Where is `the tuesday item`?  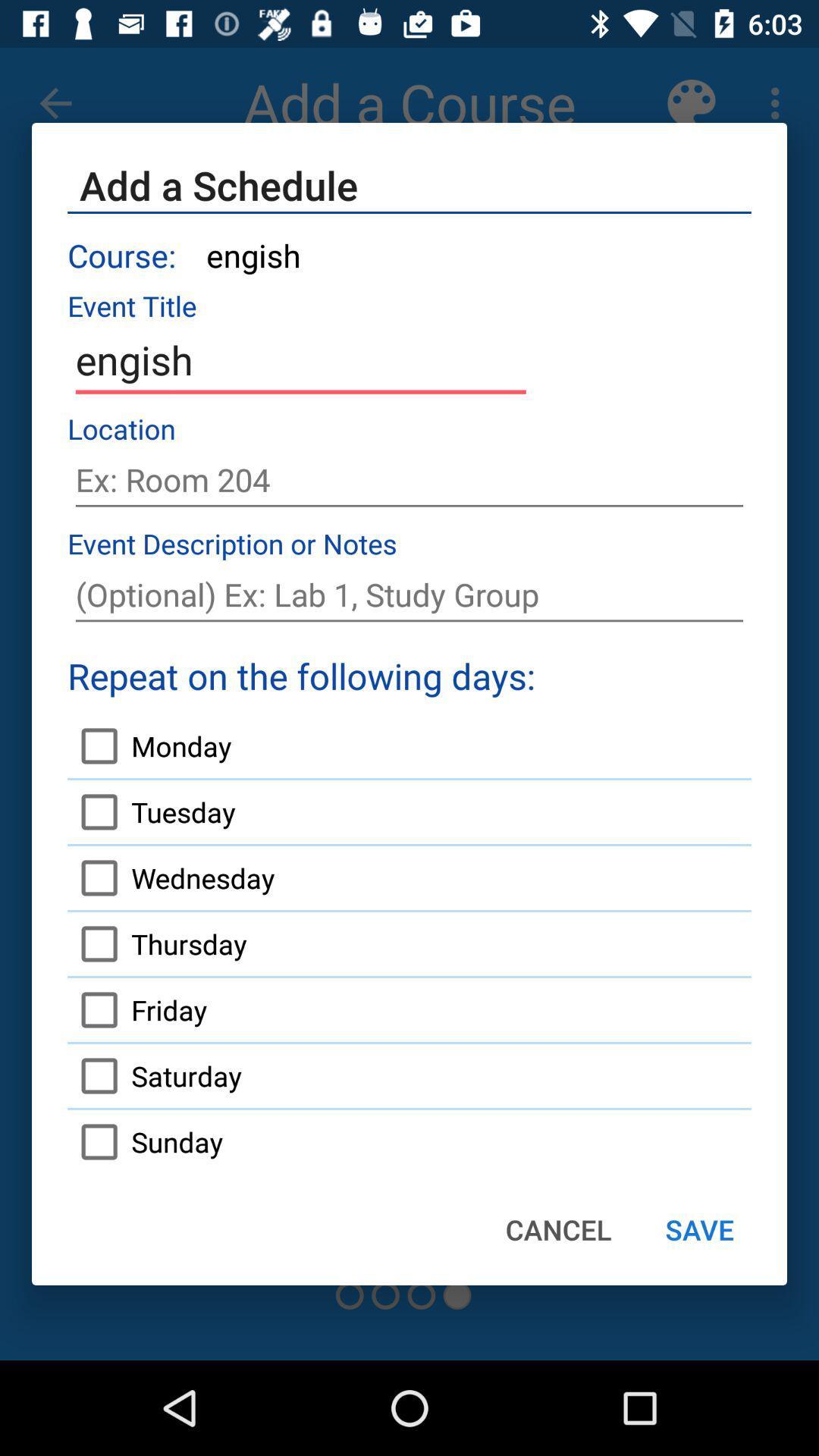
the tuesday item is located at coordinates (151, 811).